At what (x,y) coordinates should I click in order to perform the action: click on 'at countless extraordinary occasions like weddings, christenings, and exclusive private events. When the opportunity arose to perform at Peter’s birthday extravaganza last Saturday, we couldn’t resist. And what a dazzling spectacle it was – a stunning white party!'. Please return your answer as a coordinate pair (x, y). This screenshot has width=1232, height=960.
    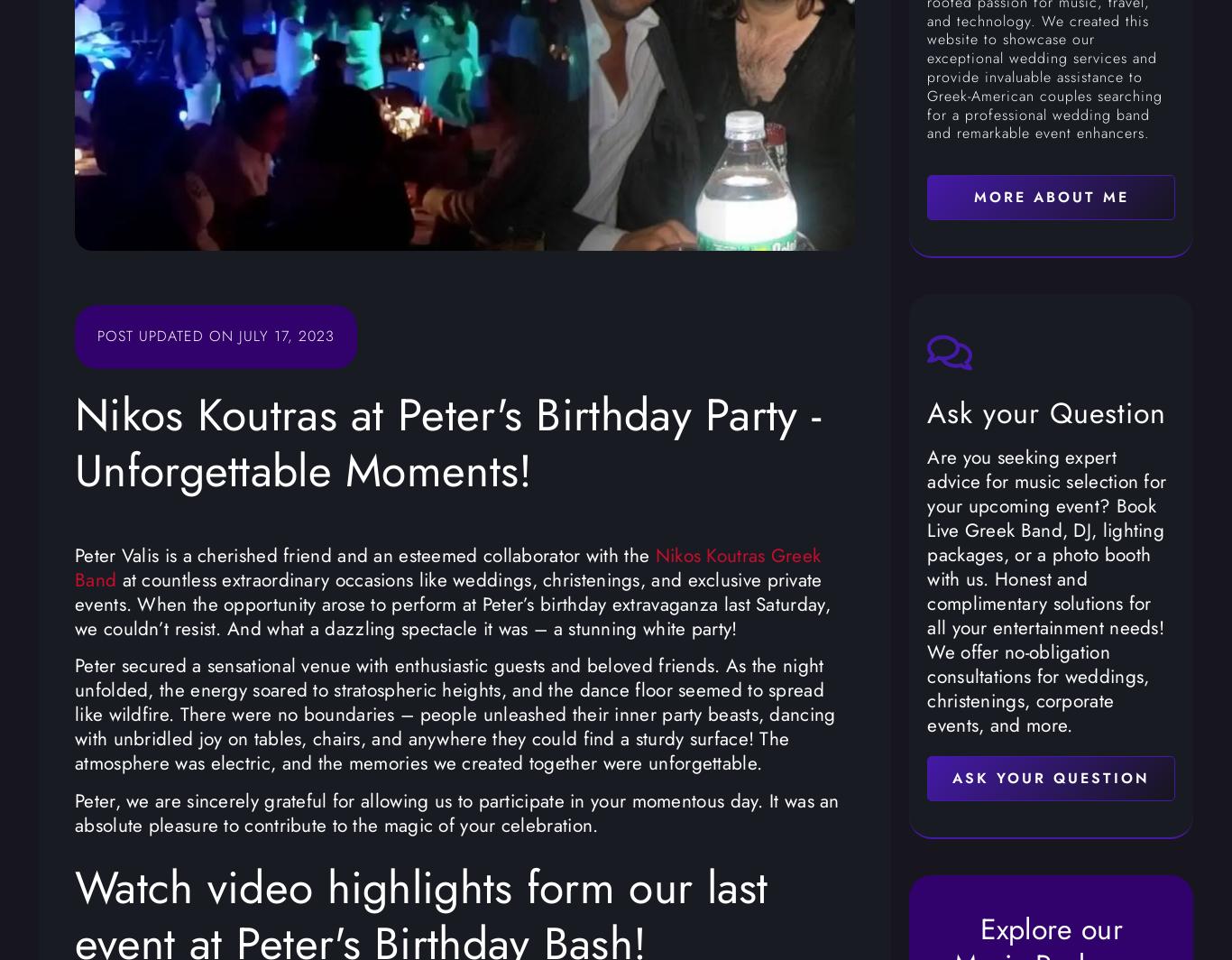
    Looking at the image, I should click on (452, 604).